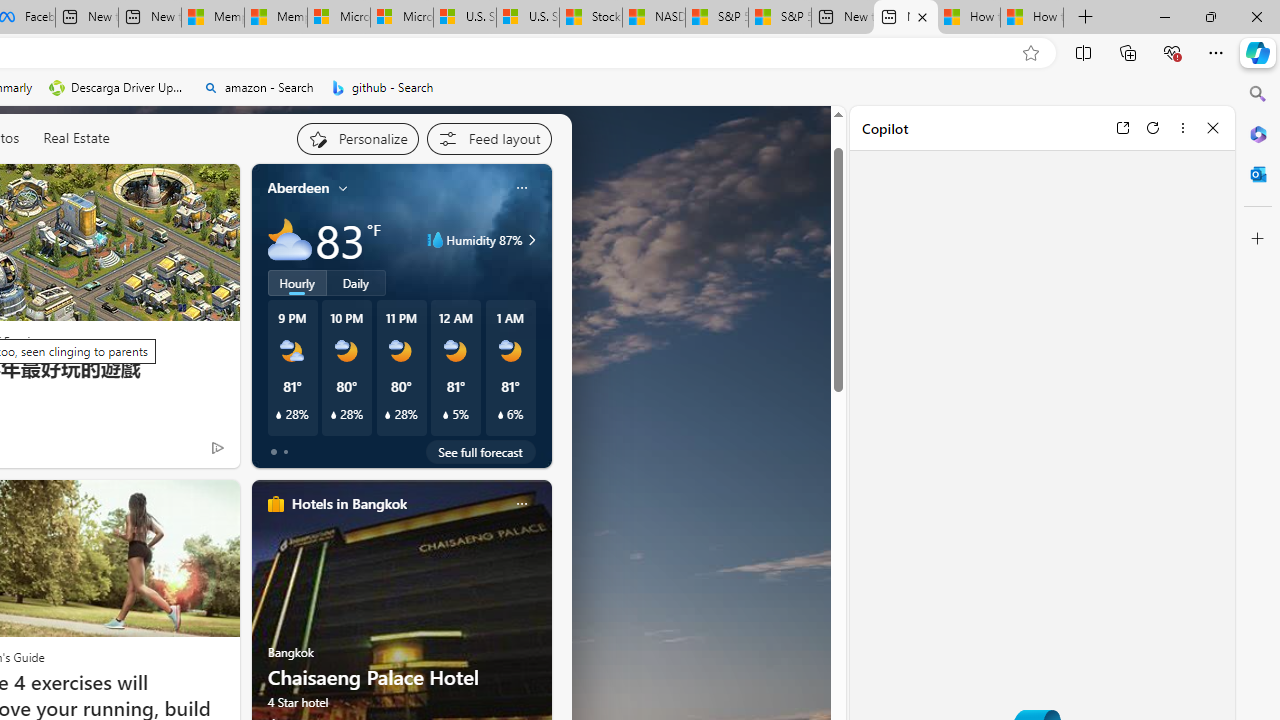  Describe the element at coordinates (288, 239) in the screenshot. I see `'Mostly cloudy'` at that location.